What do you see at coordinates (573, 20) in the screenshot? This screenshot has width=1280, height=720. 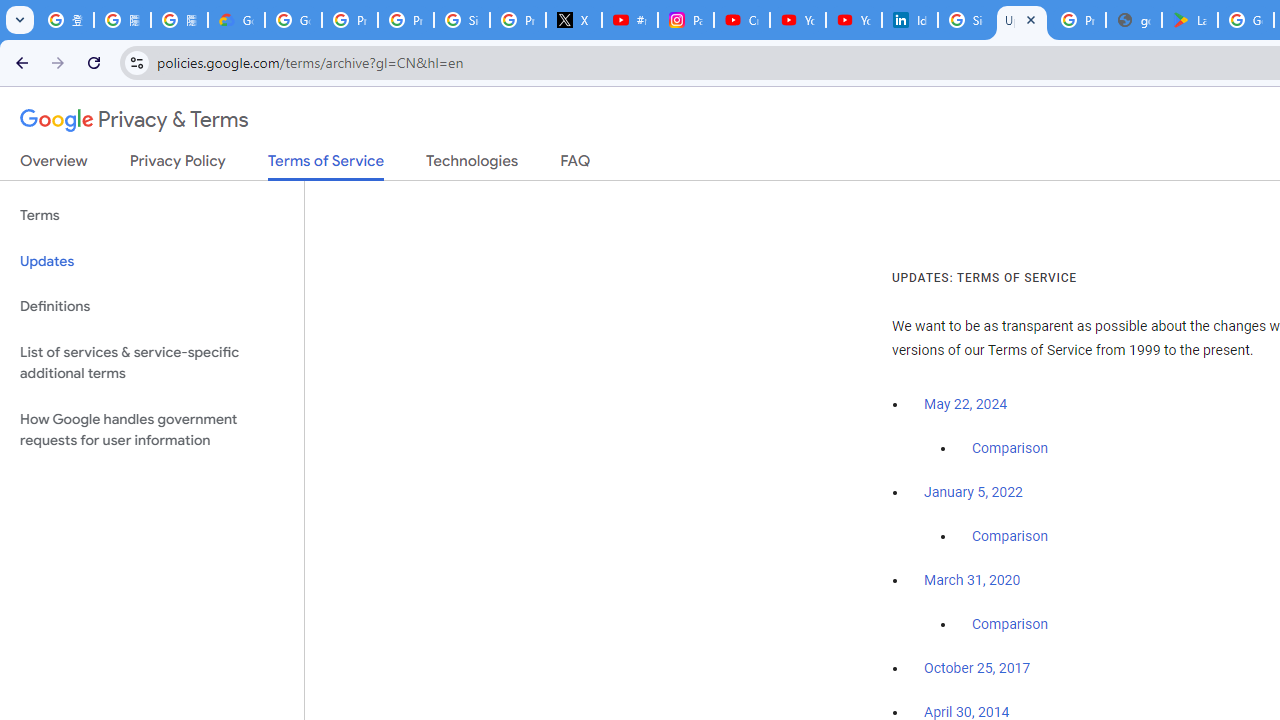 I see `'X'` at bounding box center [573, 20].